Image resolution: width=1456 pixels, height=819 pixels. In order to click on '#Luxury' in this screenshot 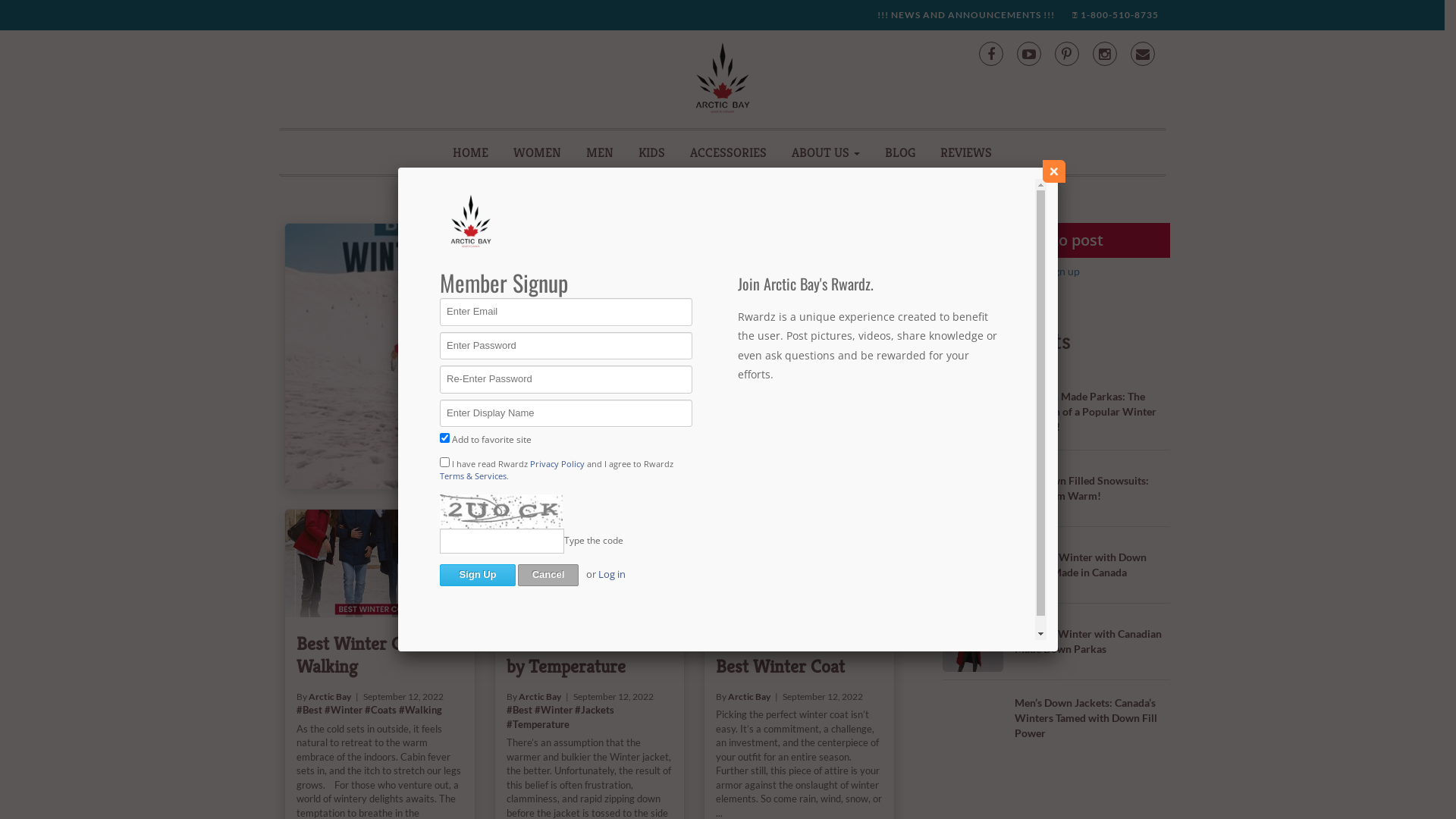, I will do `click(689, 293)`.